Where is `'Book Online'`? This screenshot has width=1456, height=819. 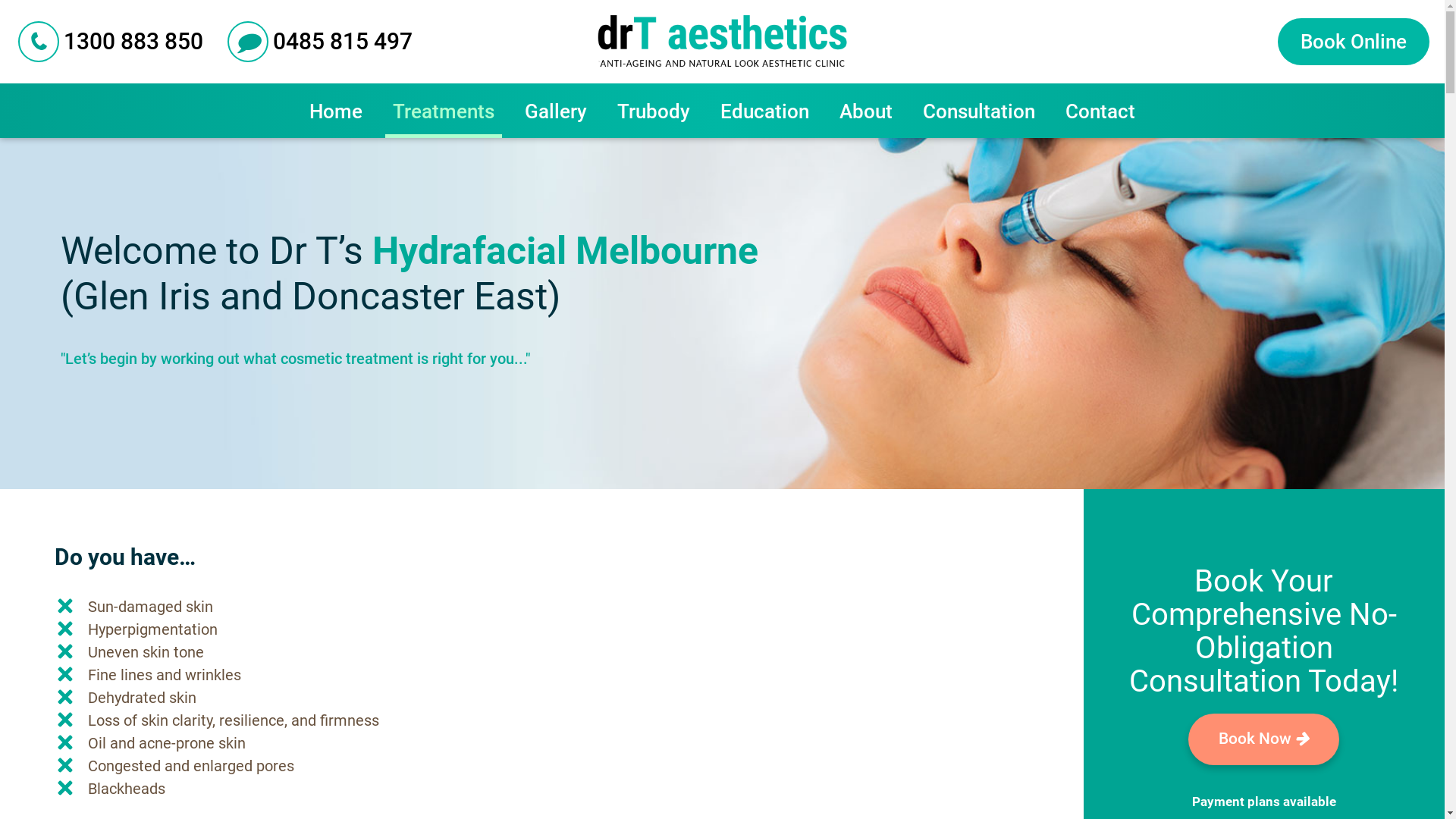
'Book Online' is located at coordinates (1354, 40).